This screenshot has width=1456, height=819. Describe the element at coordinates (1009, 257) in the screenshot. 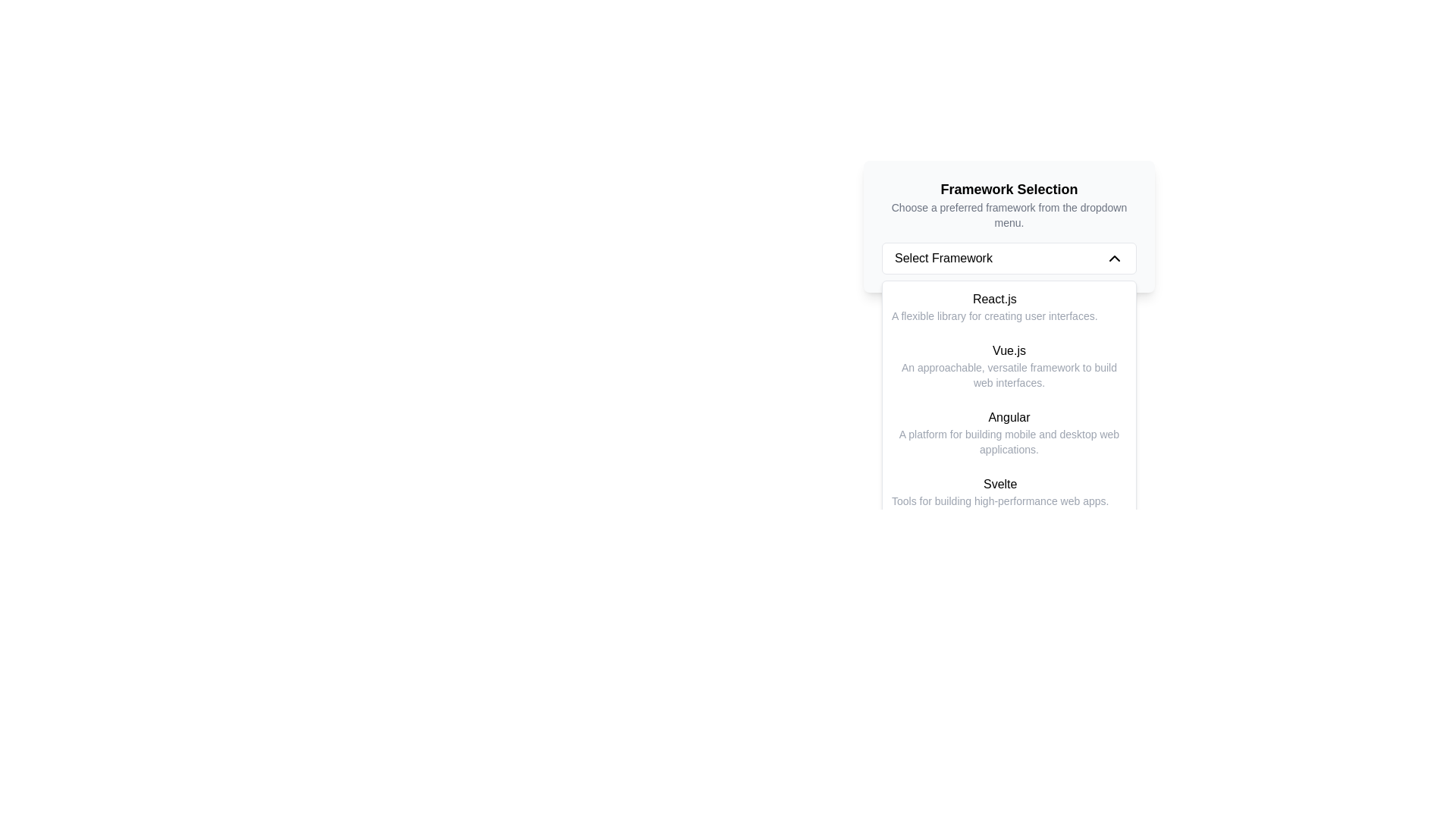

I see `the 'Select Framework' dropdown menu` at that location.